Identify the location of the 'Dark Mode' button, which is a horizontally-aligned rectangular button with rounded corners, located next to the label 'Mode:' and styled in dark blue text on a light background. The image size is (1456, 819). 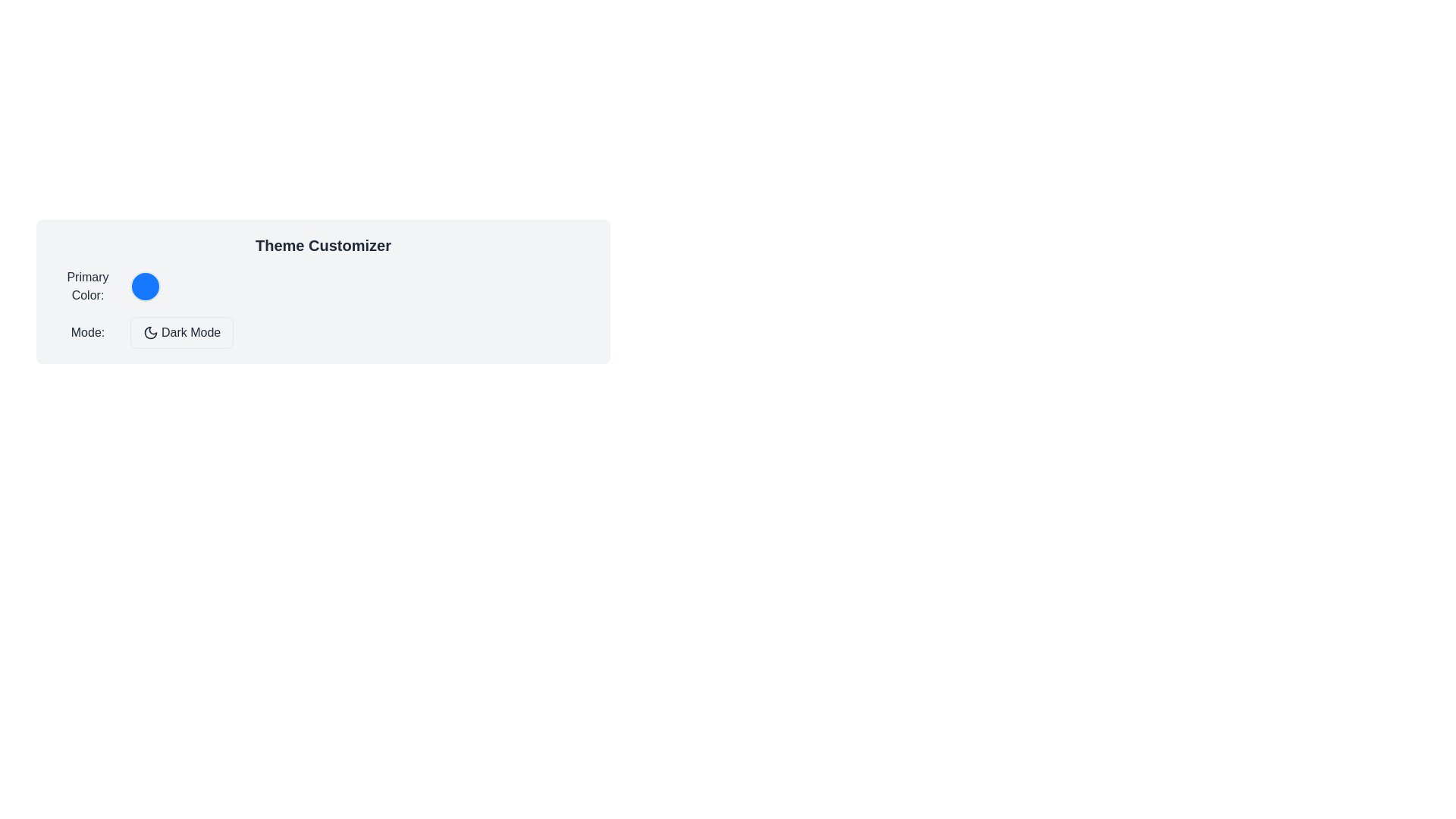
(182, 332).